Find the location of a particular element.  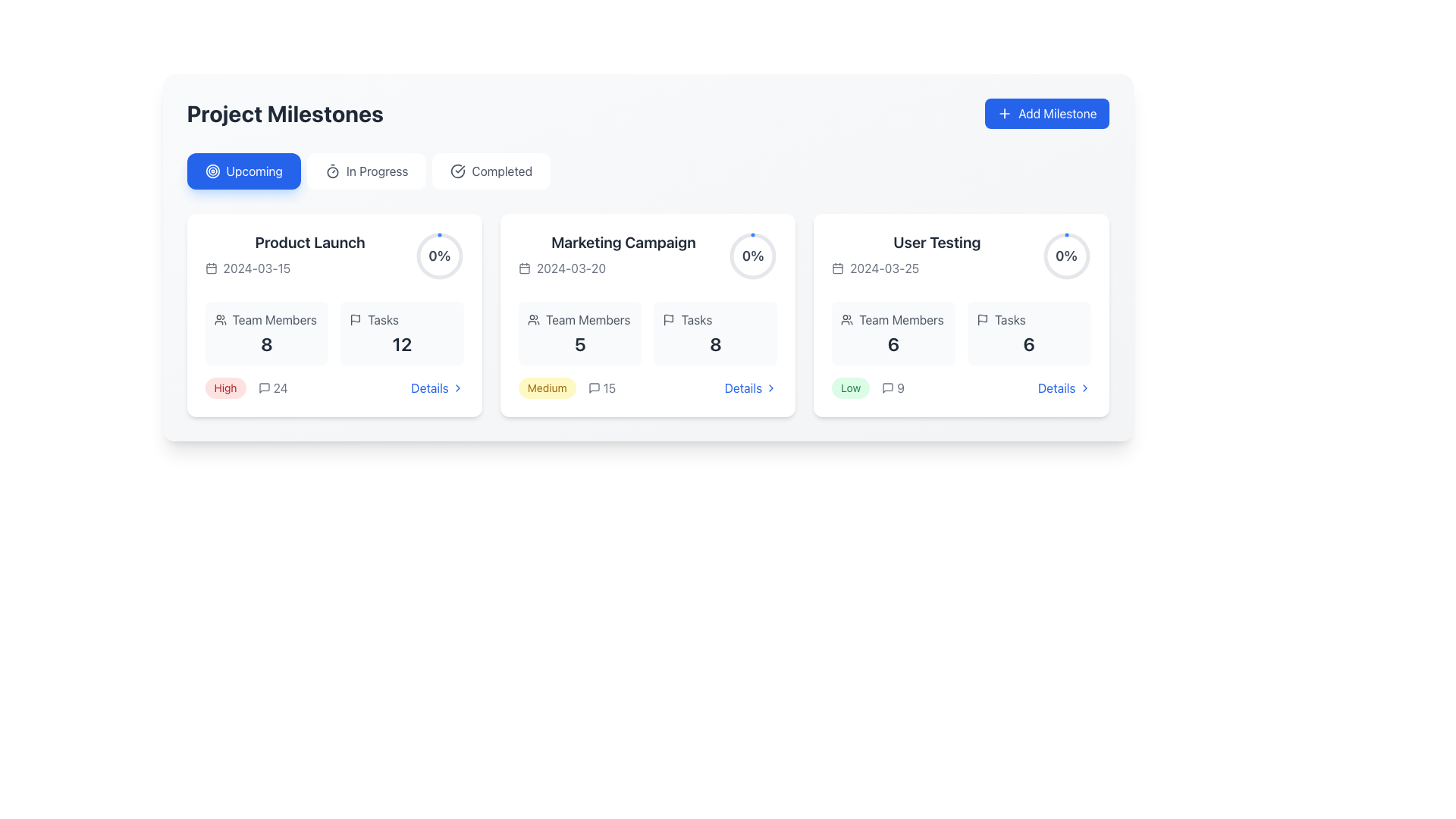

the 'Completed' status icon located to the left of the 'Completed' text in the navigation section at the top of the content area is located at coordinates (457, 171).